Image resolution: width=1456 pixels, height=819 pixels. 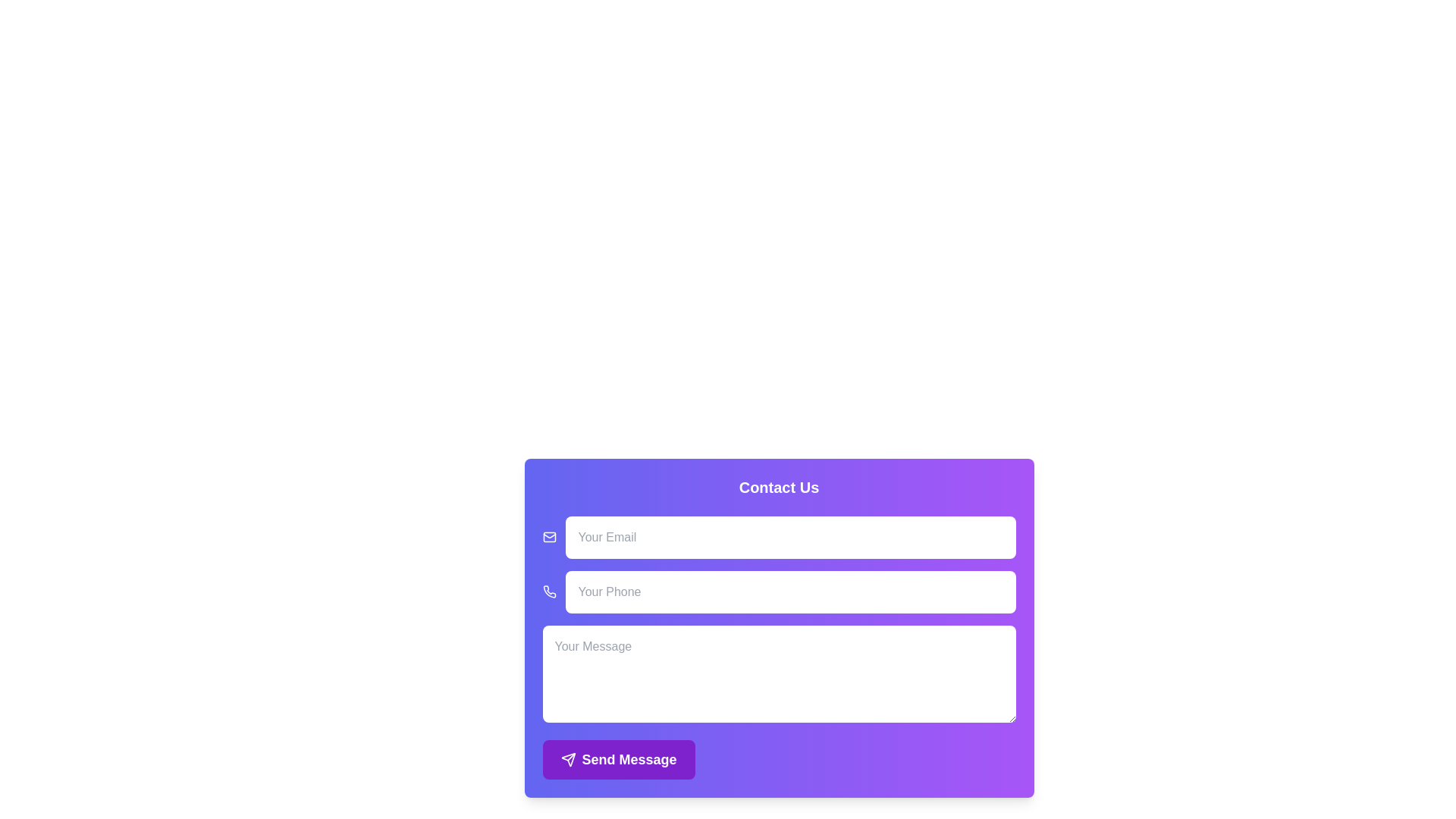 What do you see at coordinates (779, 537) in the screenshot?
I see `the 'Your Email' input field to focus on it for user input` at bounding box center [779, 537].